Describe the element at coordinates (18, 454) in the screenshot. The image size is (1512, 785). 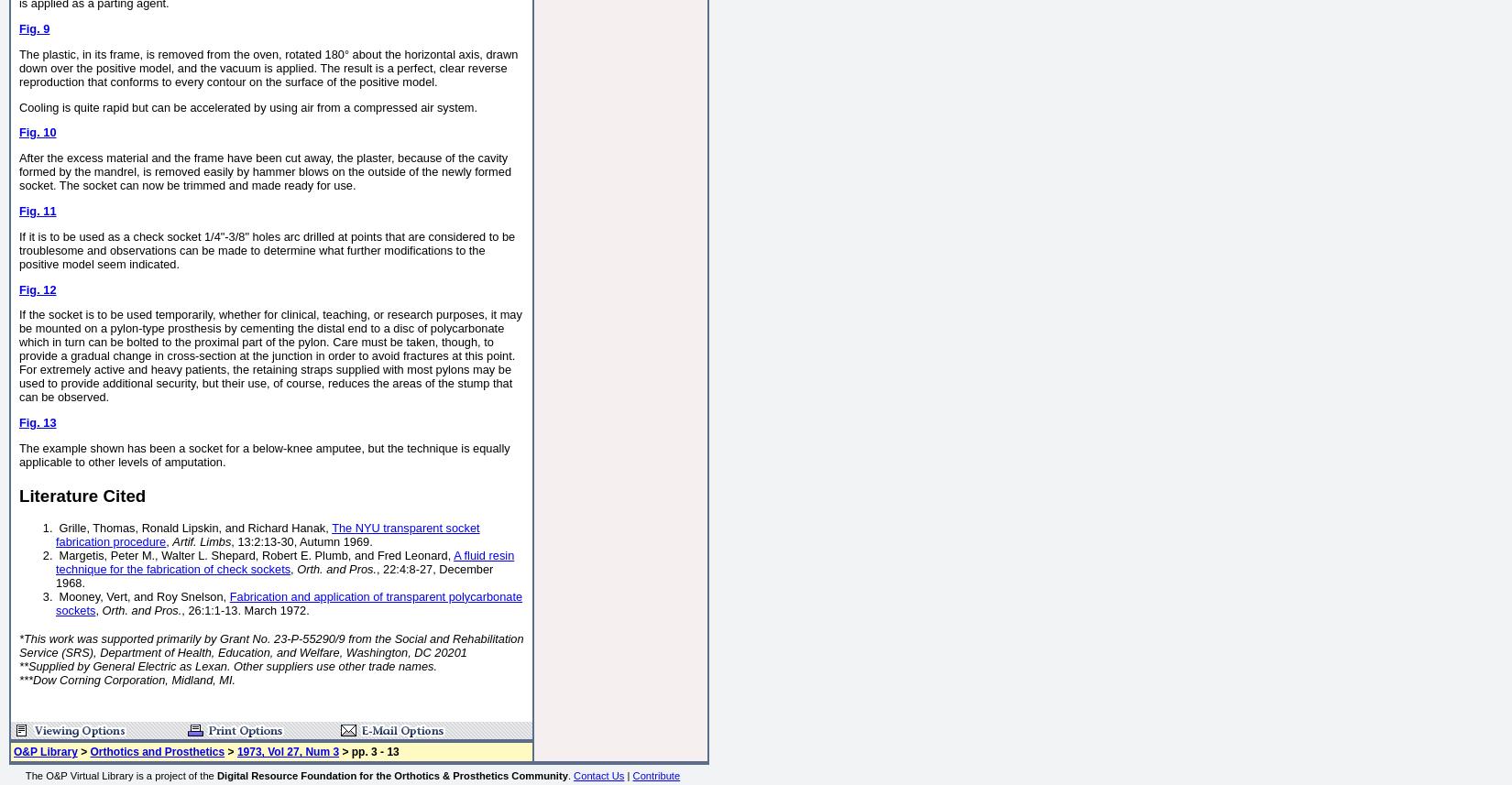
I see `'The example shown has been a socket for a below-knee amputee, but the technique is equally applicable to other levels of amputation.'` at that location.